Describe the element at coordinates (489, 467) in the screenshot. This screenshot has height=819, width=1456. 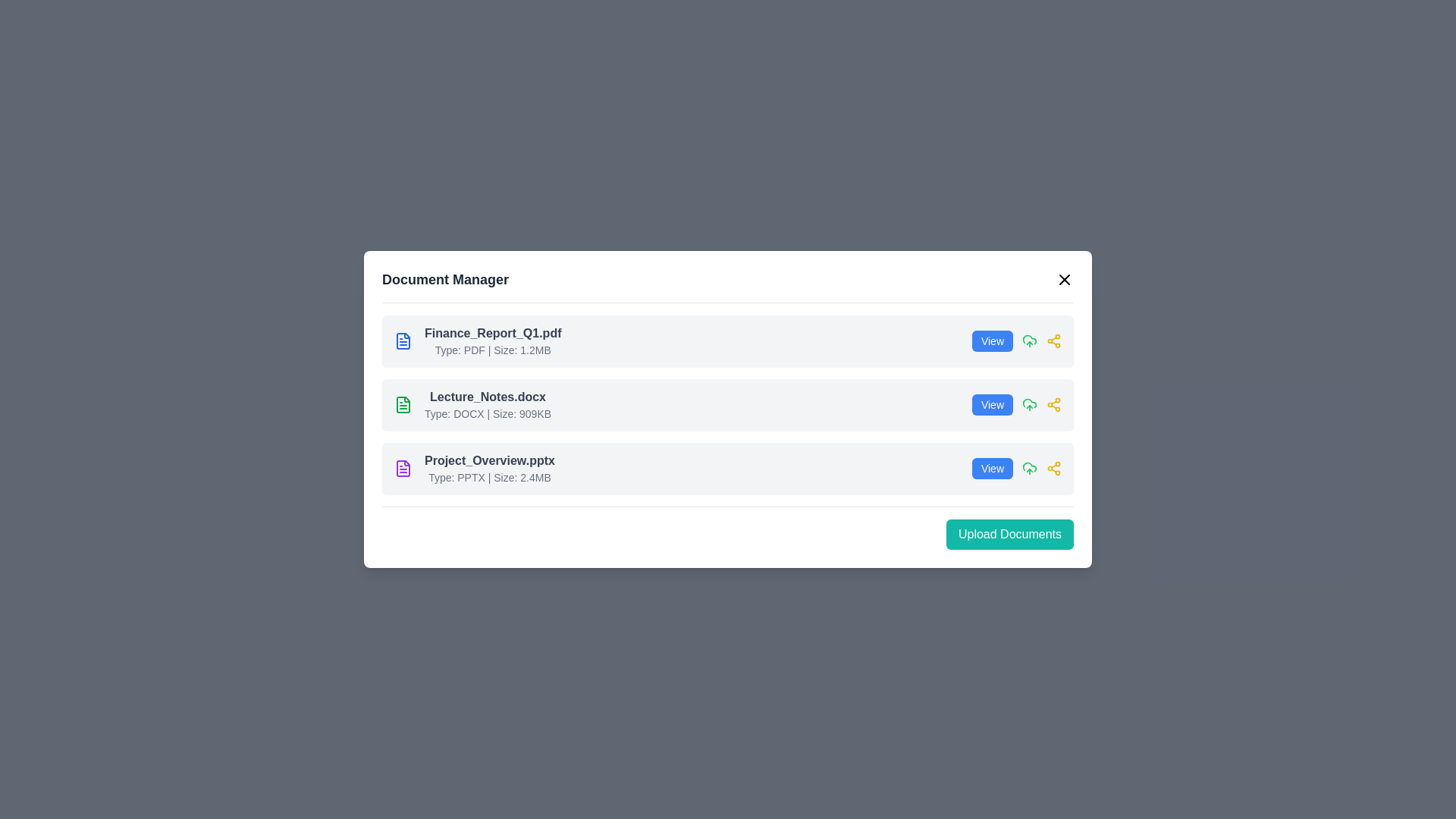
I see `the document name 'Project_Overview.pptx'` at that location.